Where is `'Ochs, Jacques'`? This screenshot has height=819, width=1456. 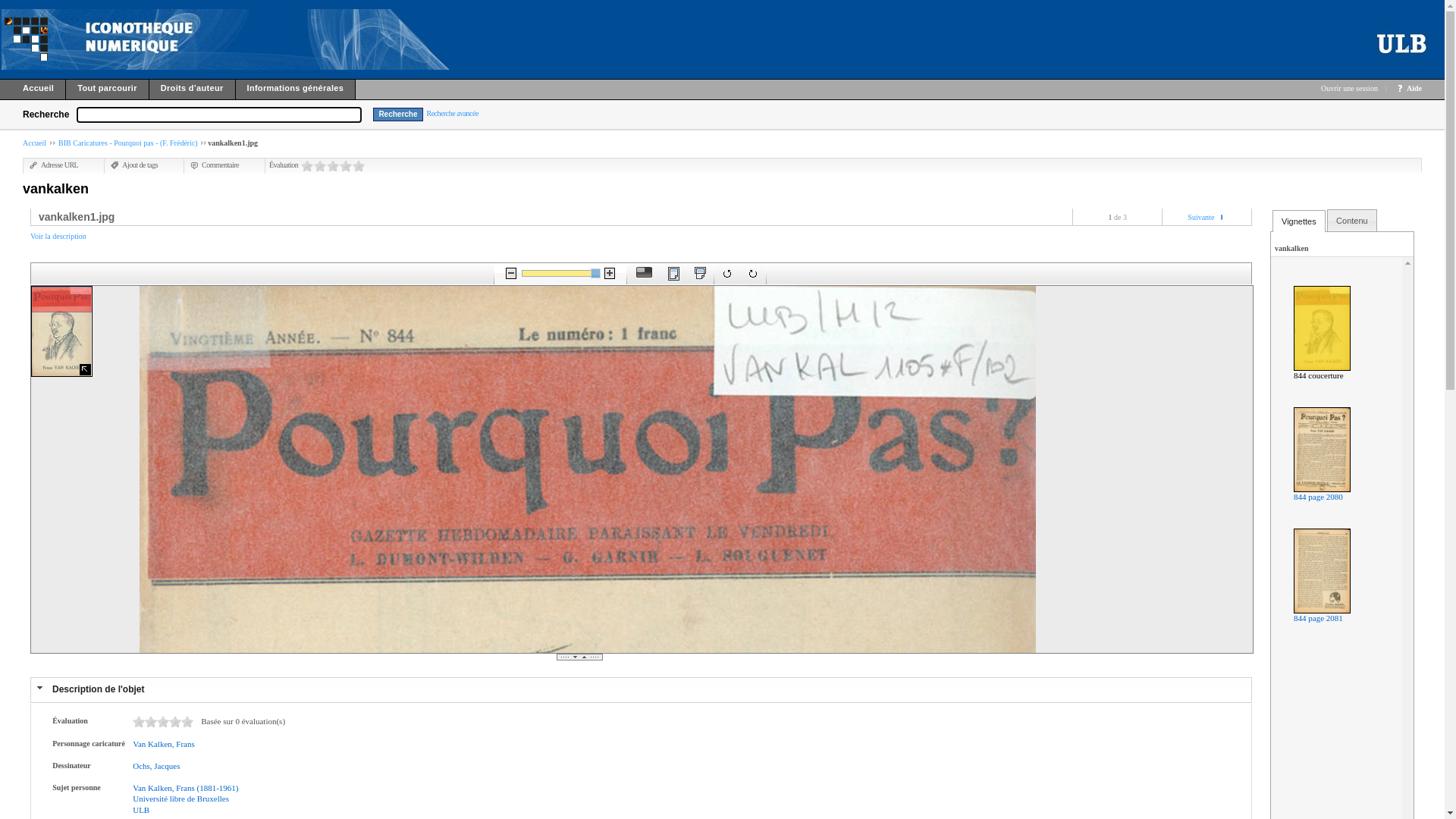 'Ochs, Jacques' is located at coordinates (156, 766).